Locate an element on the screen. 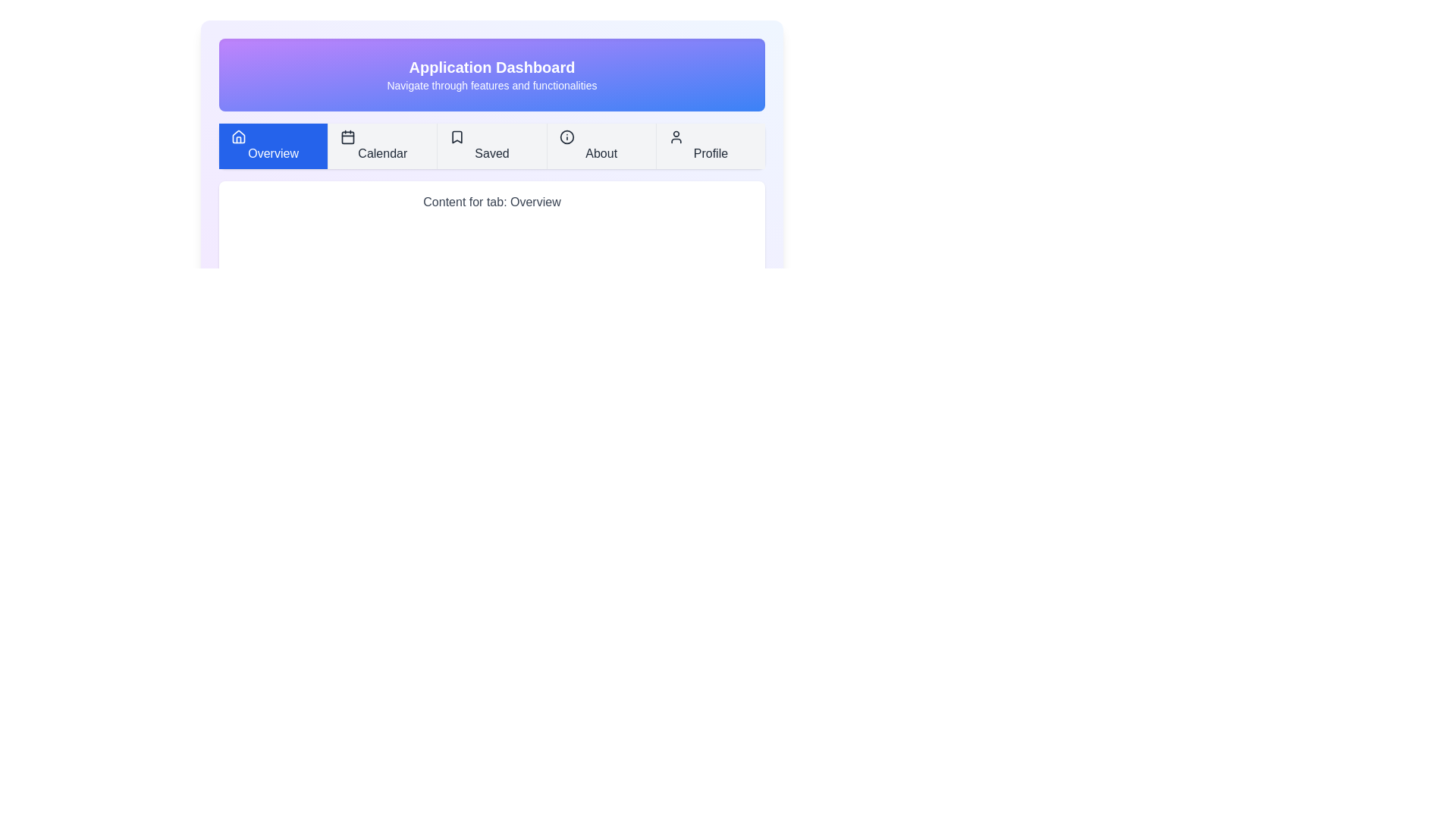 This screenshot has width=1456, height=819. the 'Saved' tab in the navigation bar is located at coordinates (491, 146).